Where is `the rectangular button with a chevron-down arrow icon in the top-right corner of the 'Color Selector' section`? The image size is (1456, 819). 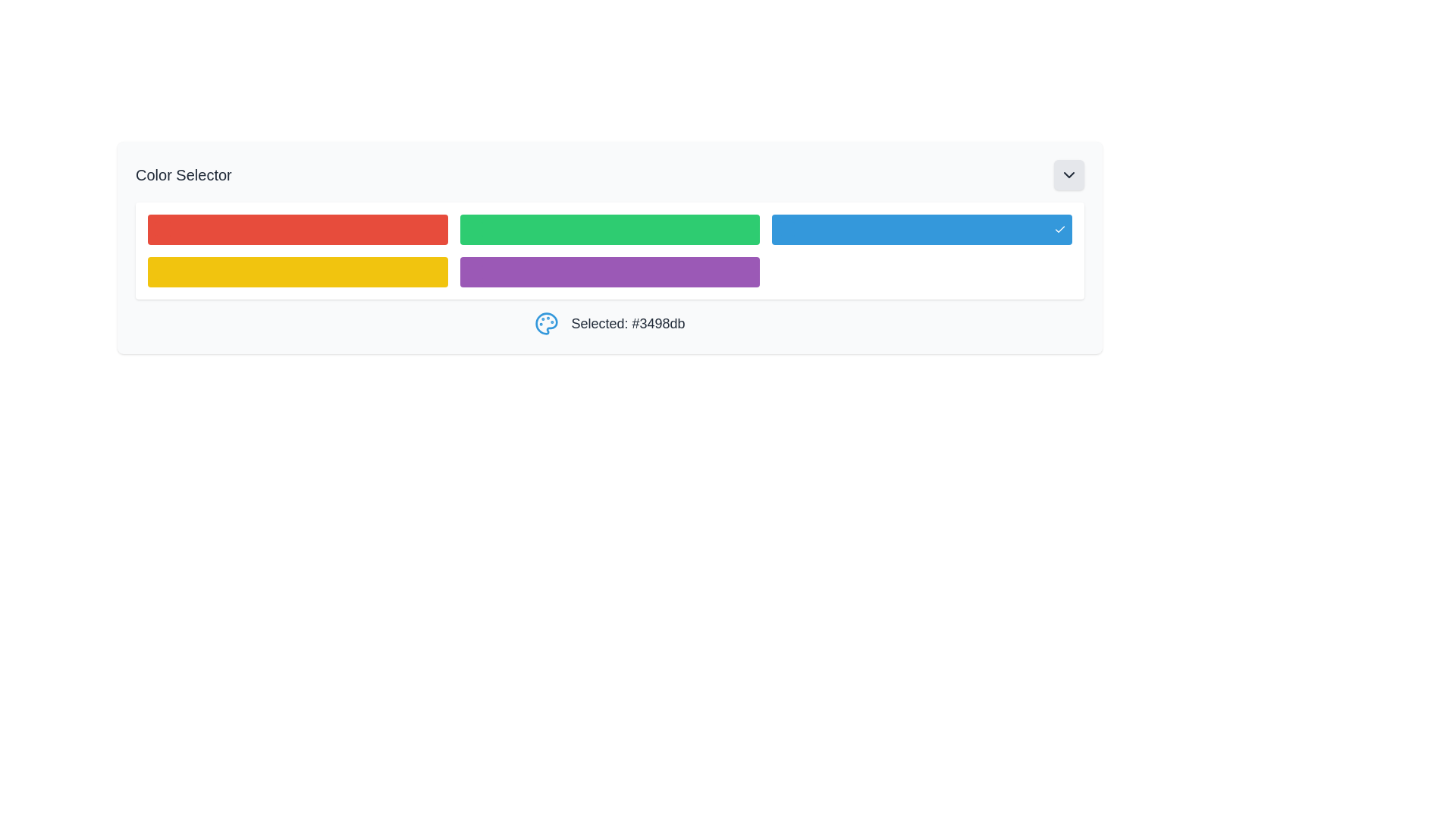 the rectangular button with a chevron-down arrow icon in the top-right corner of the 'Color Selector' section is located at coordinates (1068, 174).